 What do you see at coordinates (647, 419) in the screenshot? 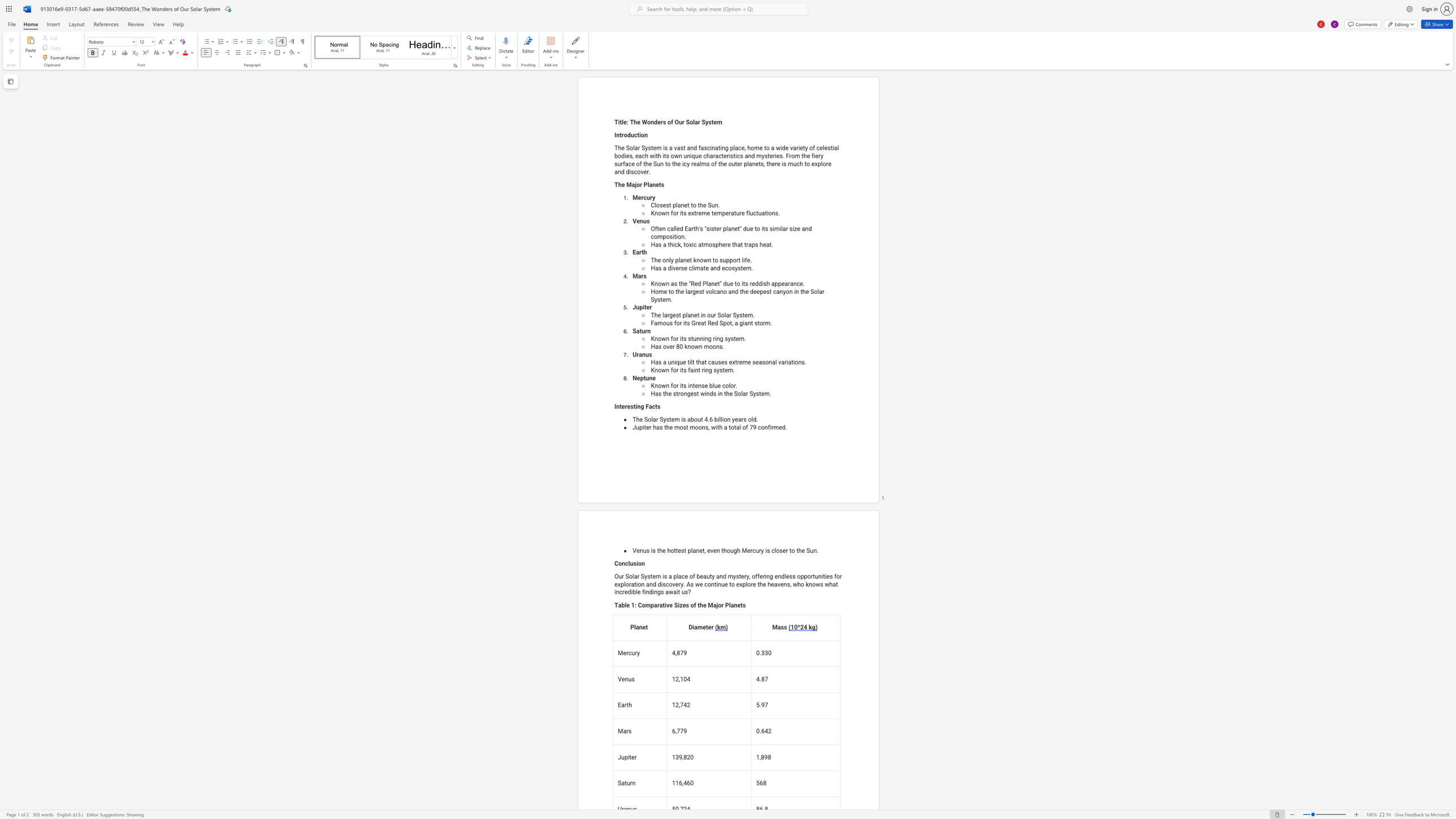
I see `the subset text "olar System is about 4.6 bi" within the text "The Solar System is about 4.6 billion years old."` at bounding box center [647, 419].